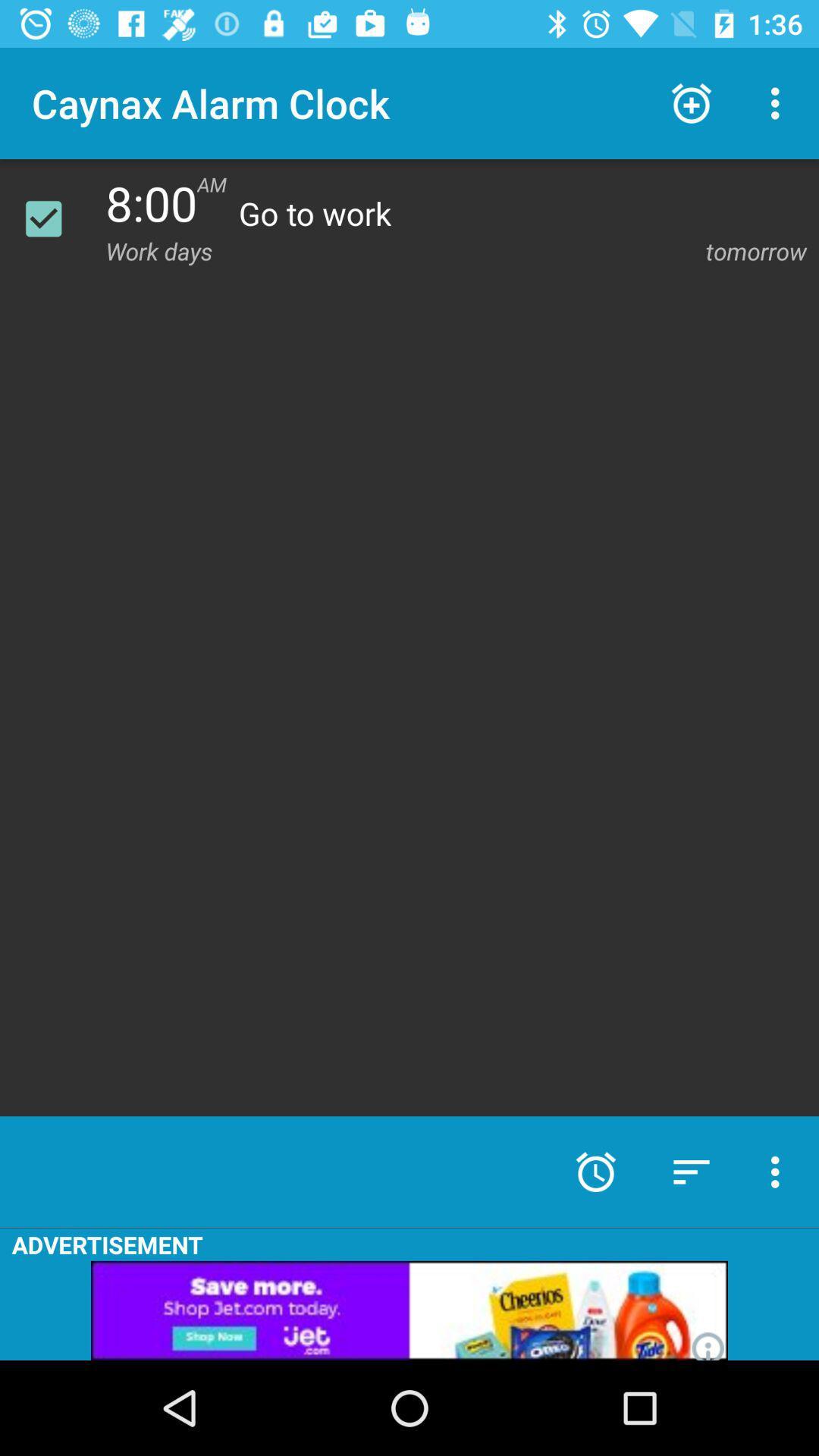 This screenshot has height=1456, width=819. I want to click on the button which is at top right corner of page, so click(779, 103).